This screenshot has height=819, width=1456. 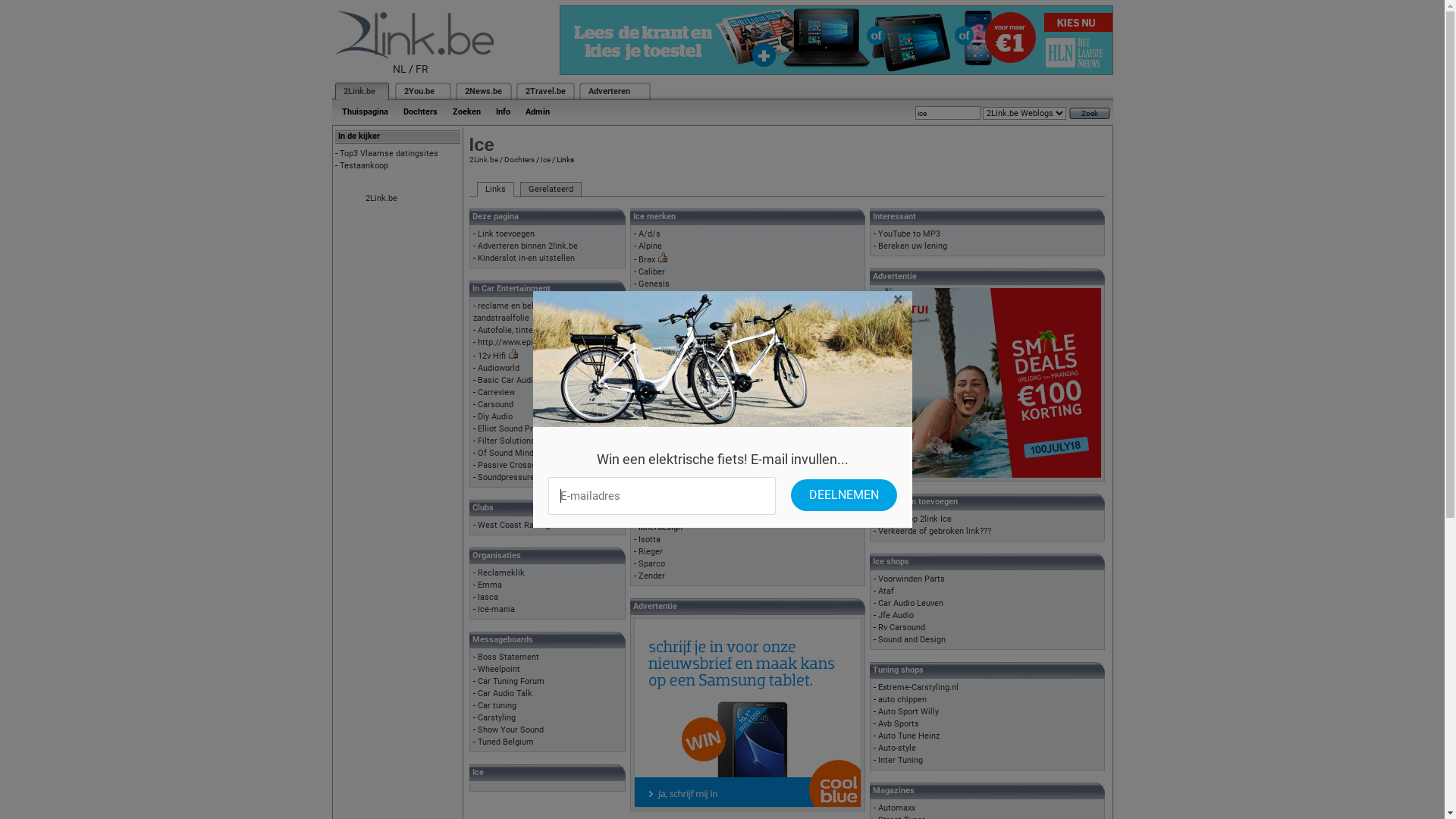 I want to click on 'Testaankoop', so click(x=364, y=165).